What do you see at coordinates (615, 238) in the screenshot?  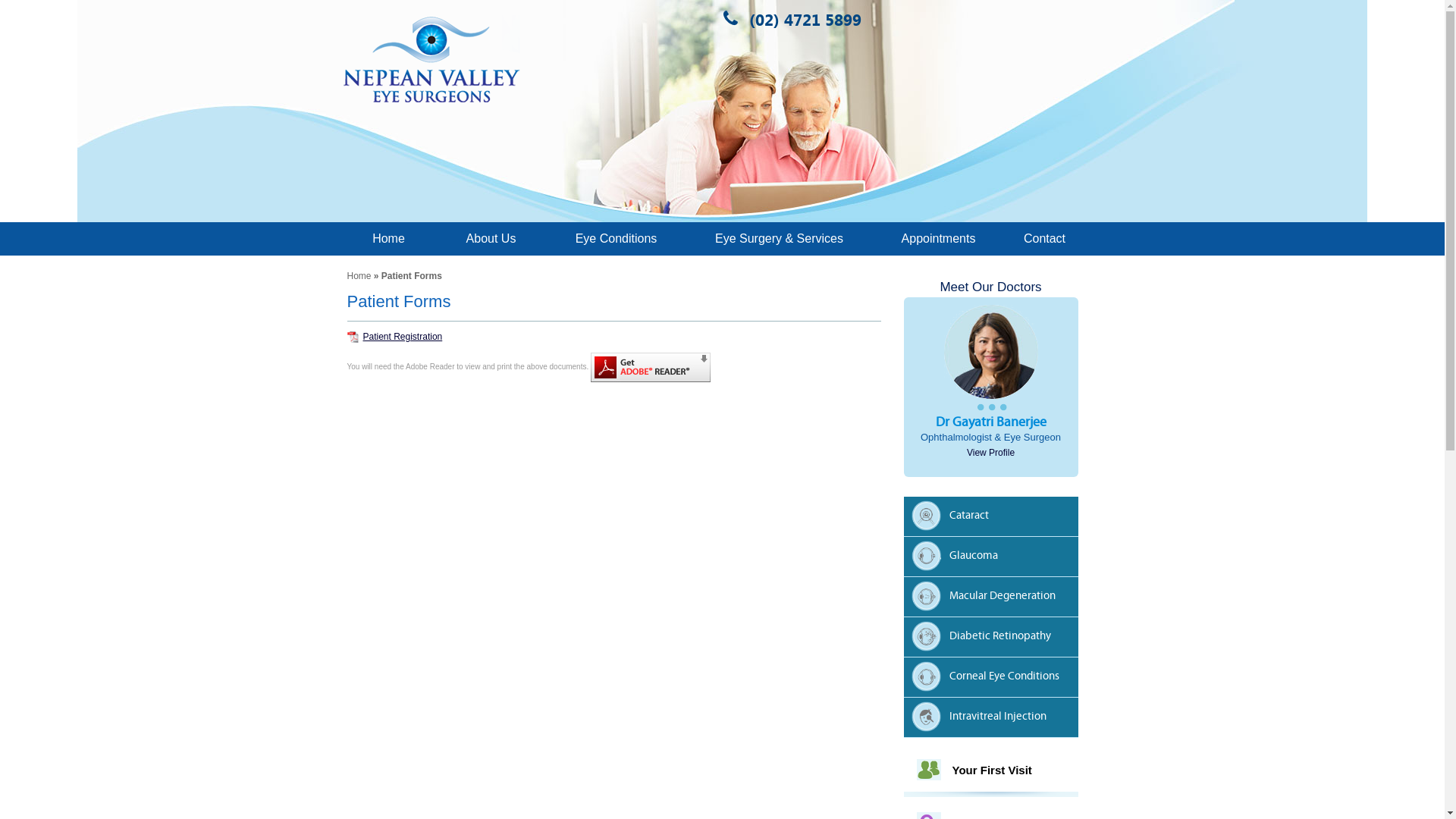 I see `'Eye Conditions'` at bounding box center [615, 238].